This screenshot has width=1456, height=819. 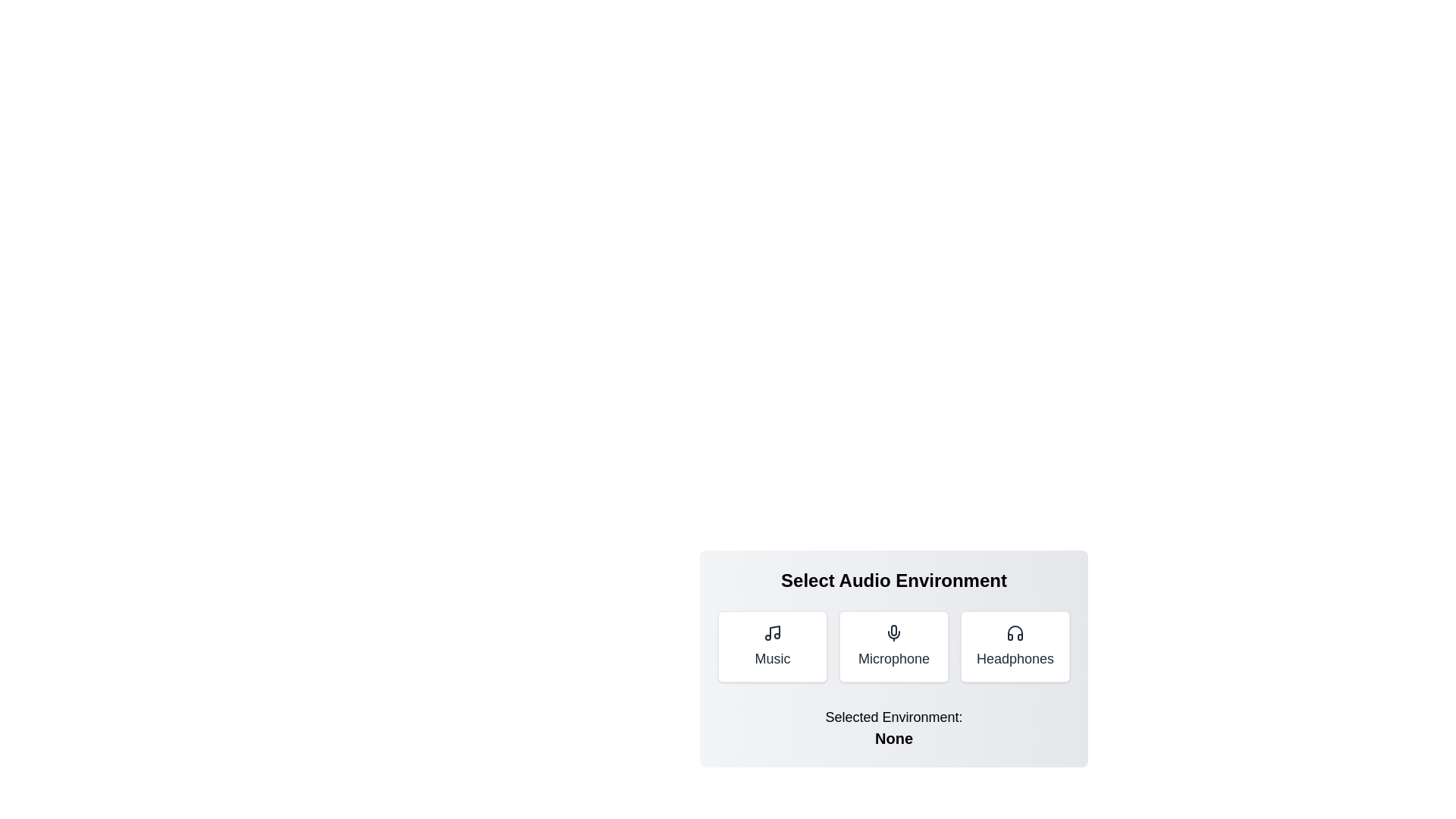 I want to click on the 'Music' text label located in the first card of the audio environment options, which is positioned to the left of the 'Microphone' and 'Headphones' cards, so click(x=772, y=657).